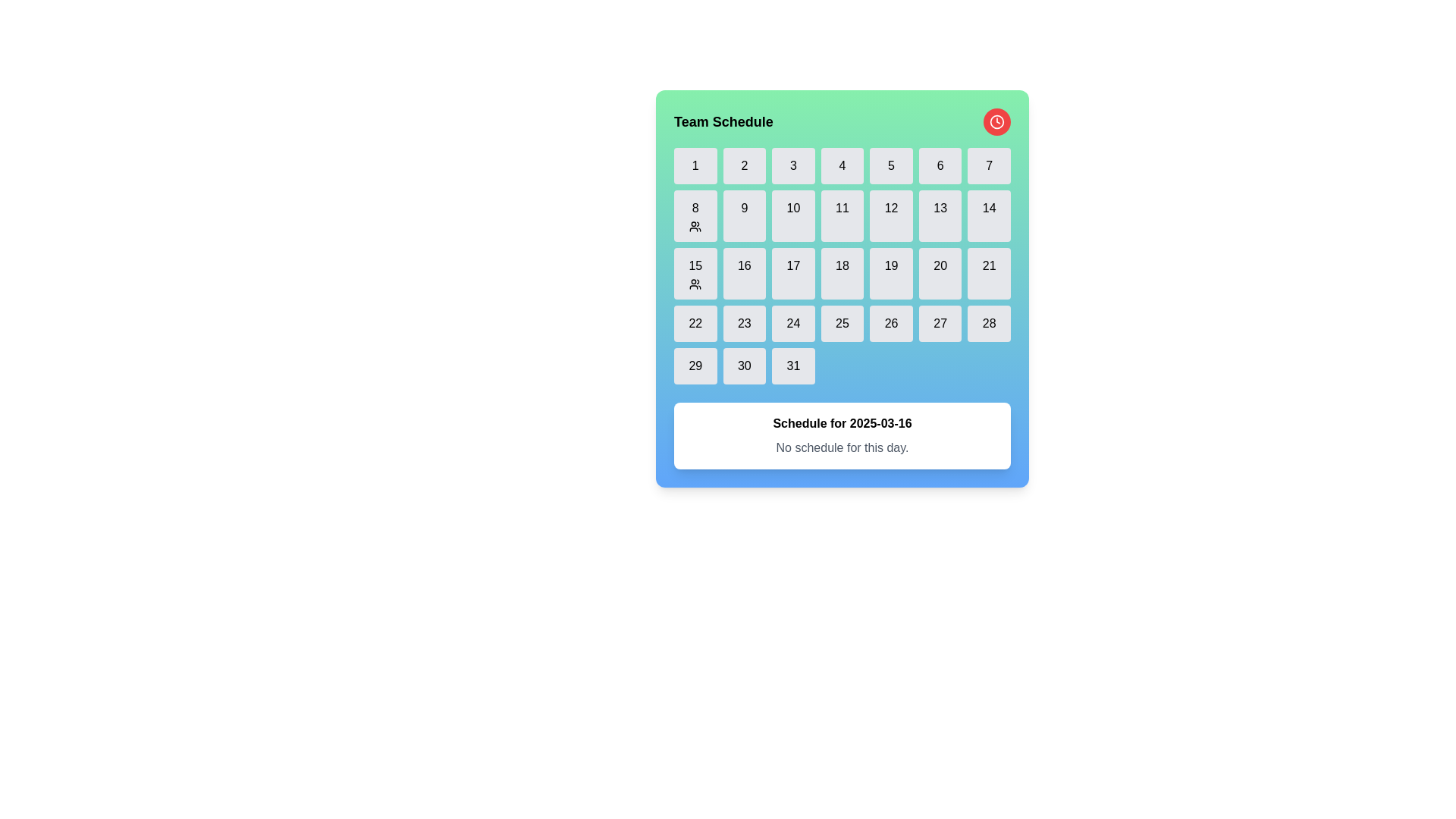 The height and width of the screenshot is (819, 1456). What do you see at coordinates (989, 216) in the screenshot?
I see `the rounded rectangular button with a light gray background and the number '14' centered in black text, located in the fourth row and seventh column of a calendar interface` at bounding box center [989, 216].